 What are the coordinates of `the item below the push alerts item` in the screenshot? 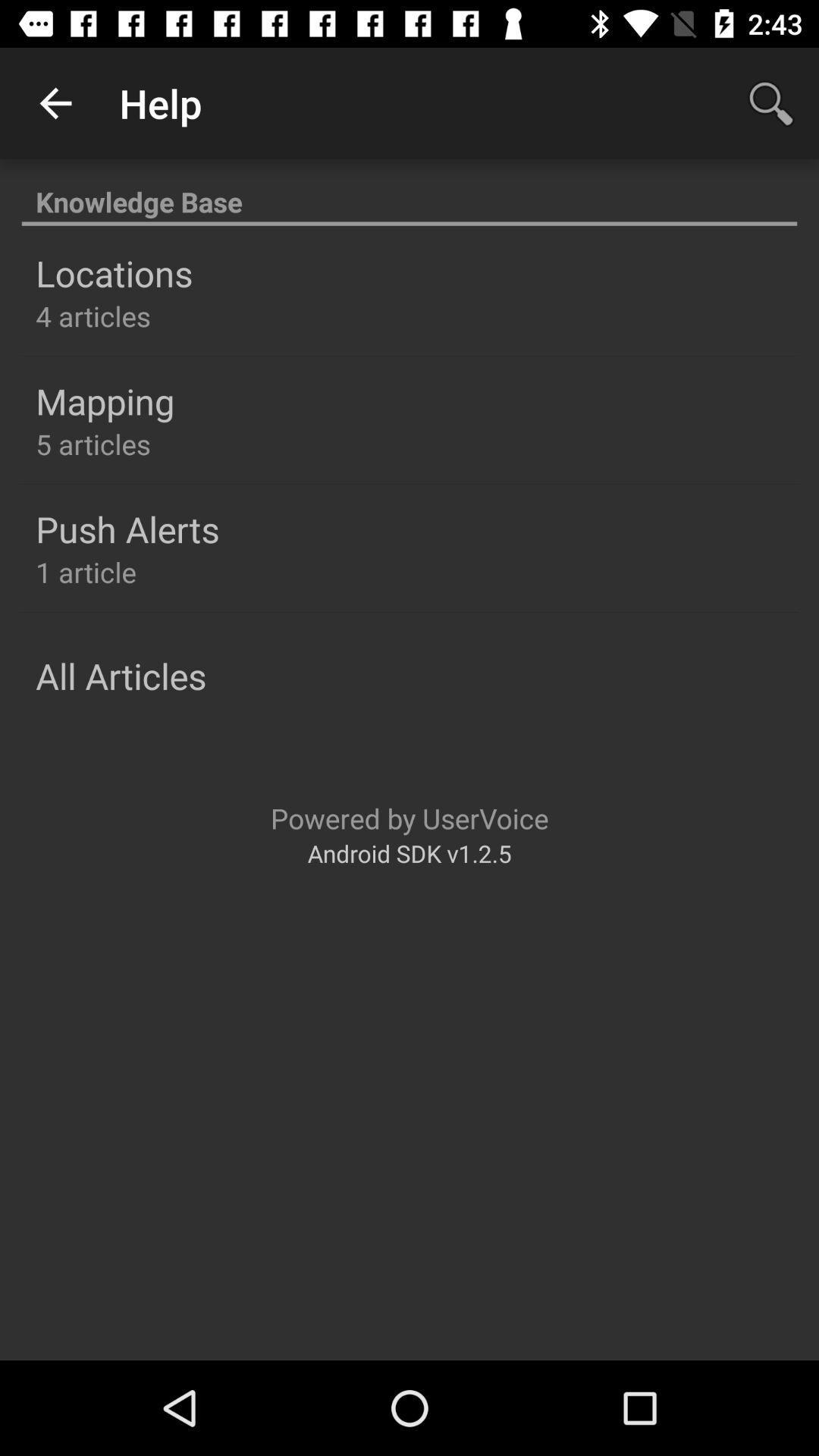 It's located at (86, 571).